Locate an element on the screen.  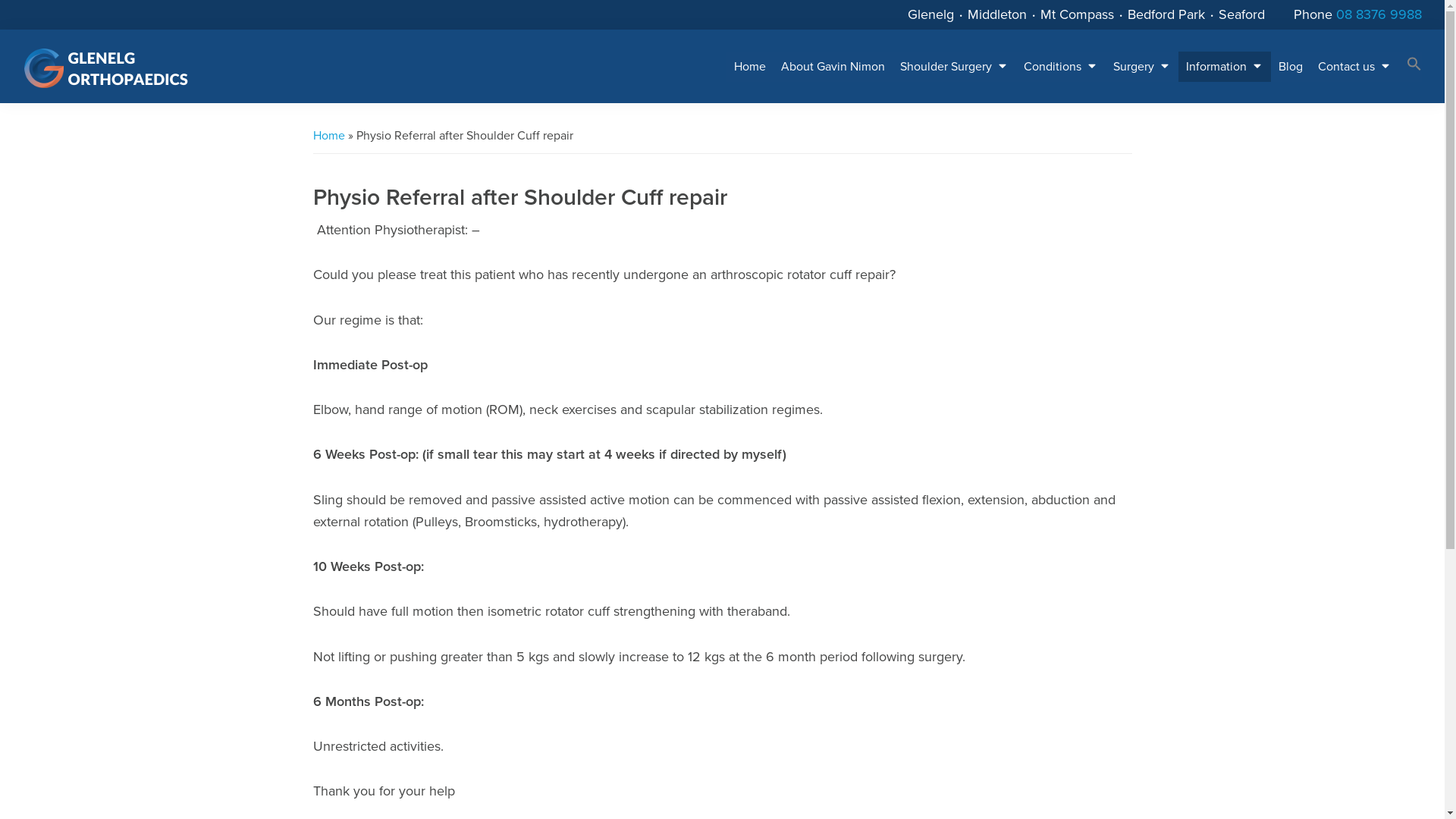
'Blog' is located at coordinates (1290, 66).